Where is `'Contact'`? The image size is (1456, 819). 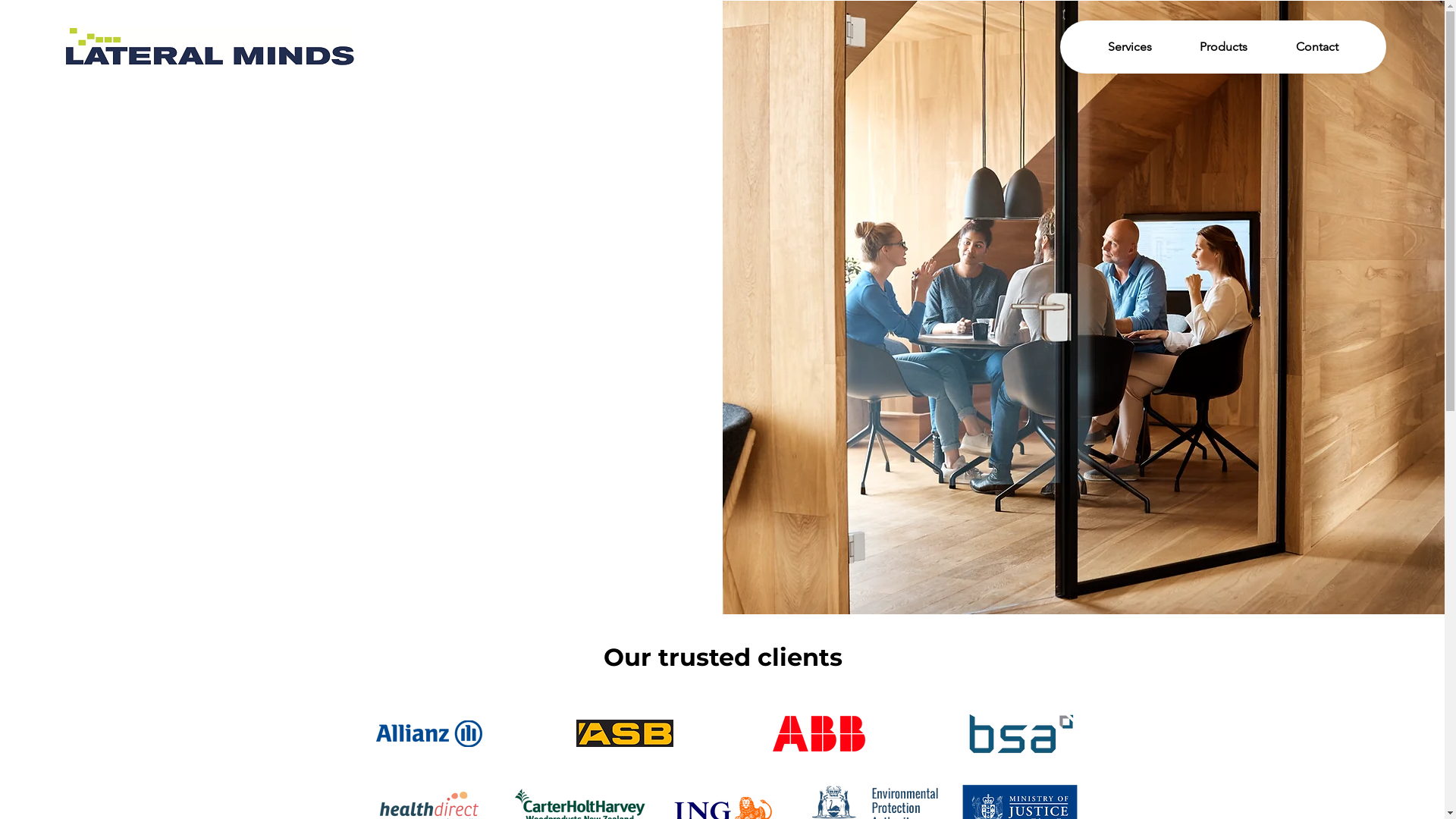
'Contact' is located at coordinates (1270, 45).